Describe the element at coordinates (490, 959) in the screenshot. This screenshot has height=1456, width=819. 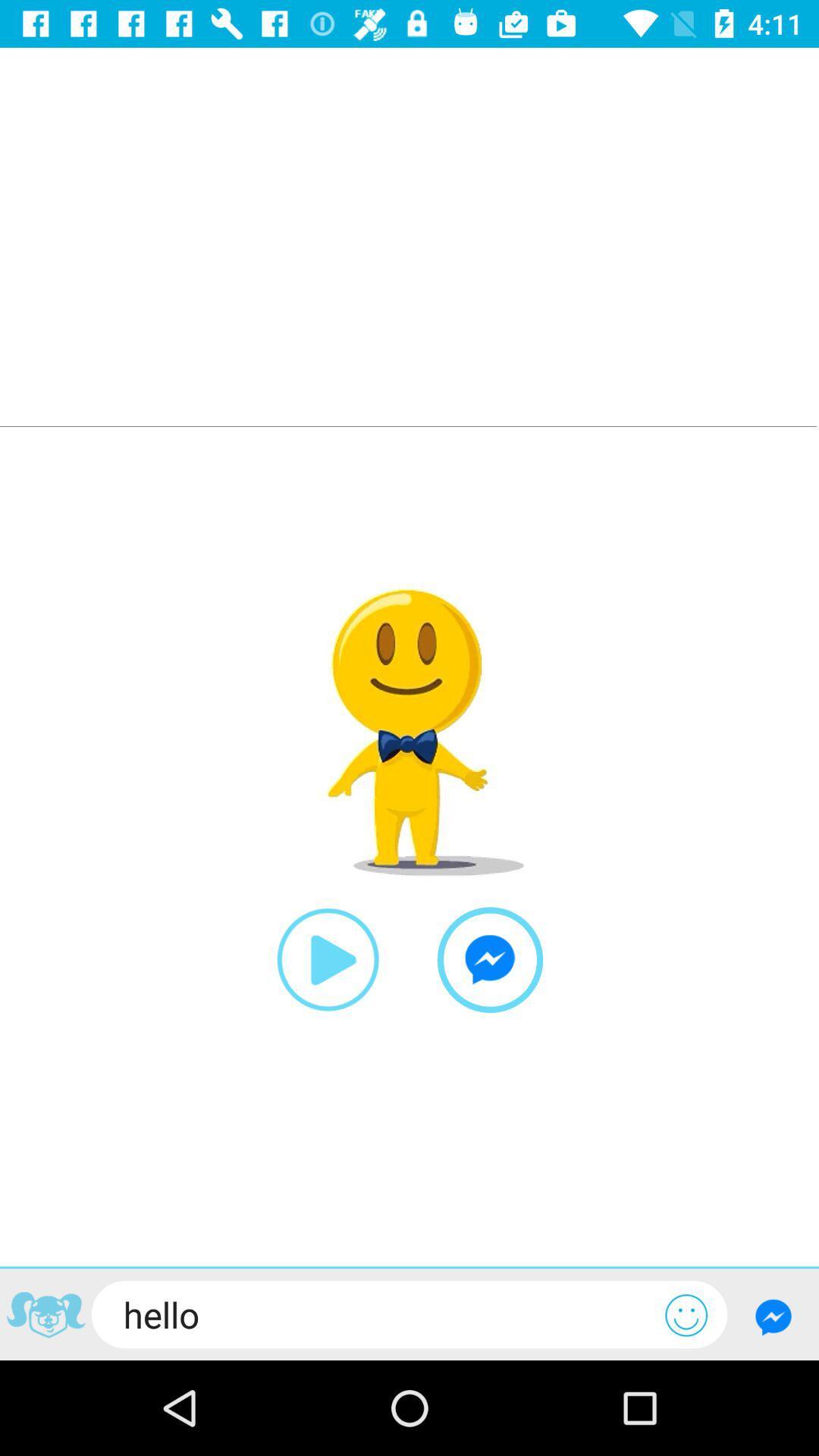
I see `messenger` at that location.